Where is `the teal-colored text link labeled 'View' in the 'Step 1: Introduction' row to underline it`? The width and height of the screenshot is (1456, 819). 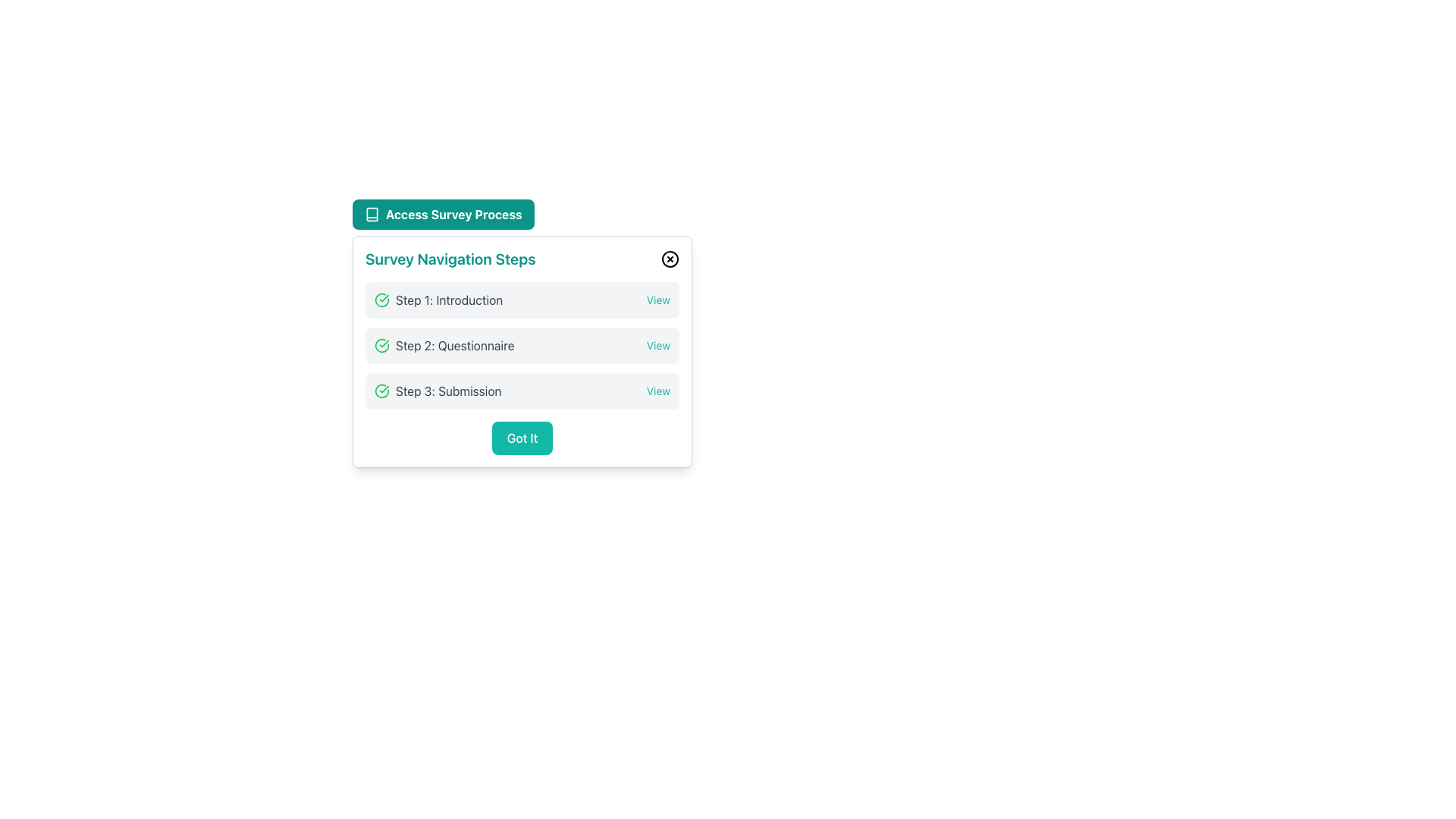 the teal-colored text link labeled 'View' in the 'Step 1: Introduction' row to underline it is located at coordinates (658, 300).